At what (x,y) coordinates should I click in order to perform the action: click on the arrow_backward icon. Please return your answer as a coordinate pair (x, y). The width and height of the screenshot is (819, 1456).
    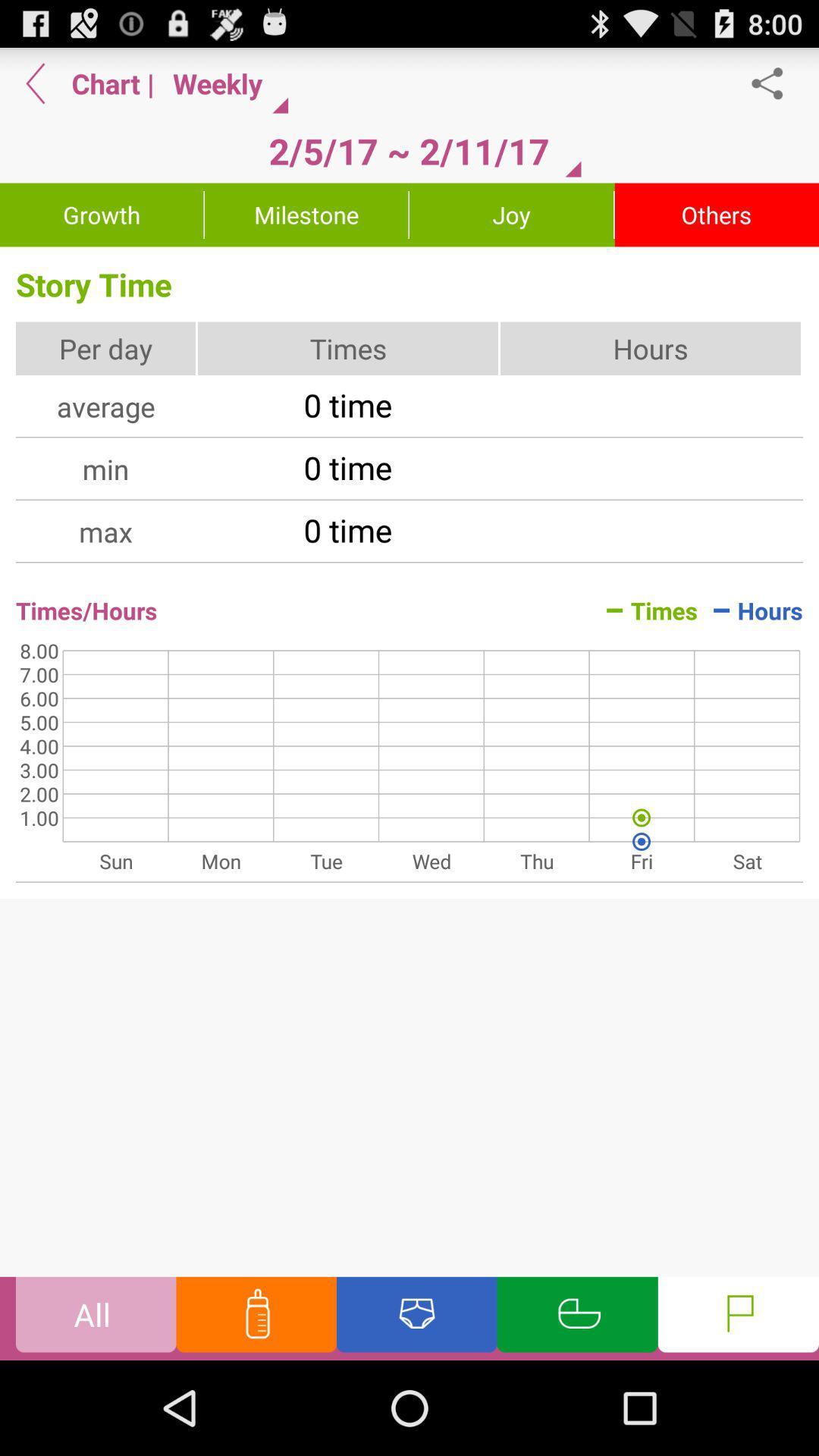
    Looking at the image, I should click on (35, 89).